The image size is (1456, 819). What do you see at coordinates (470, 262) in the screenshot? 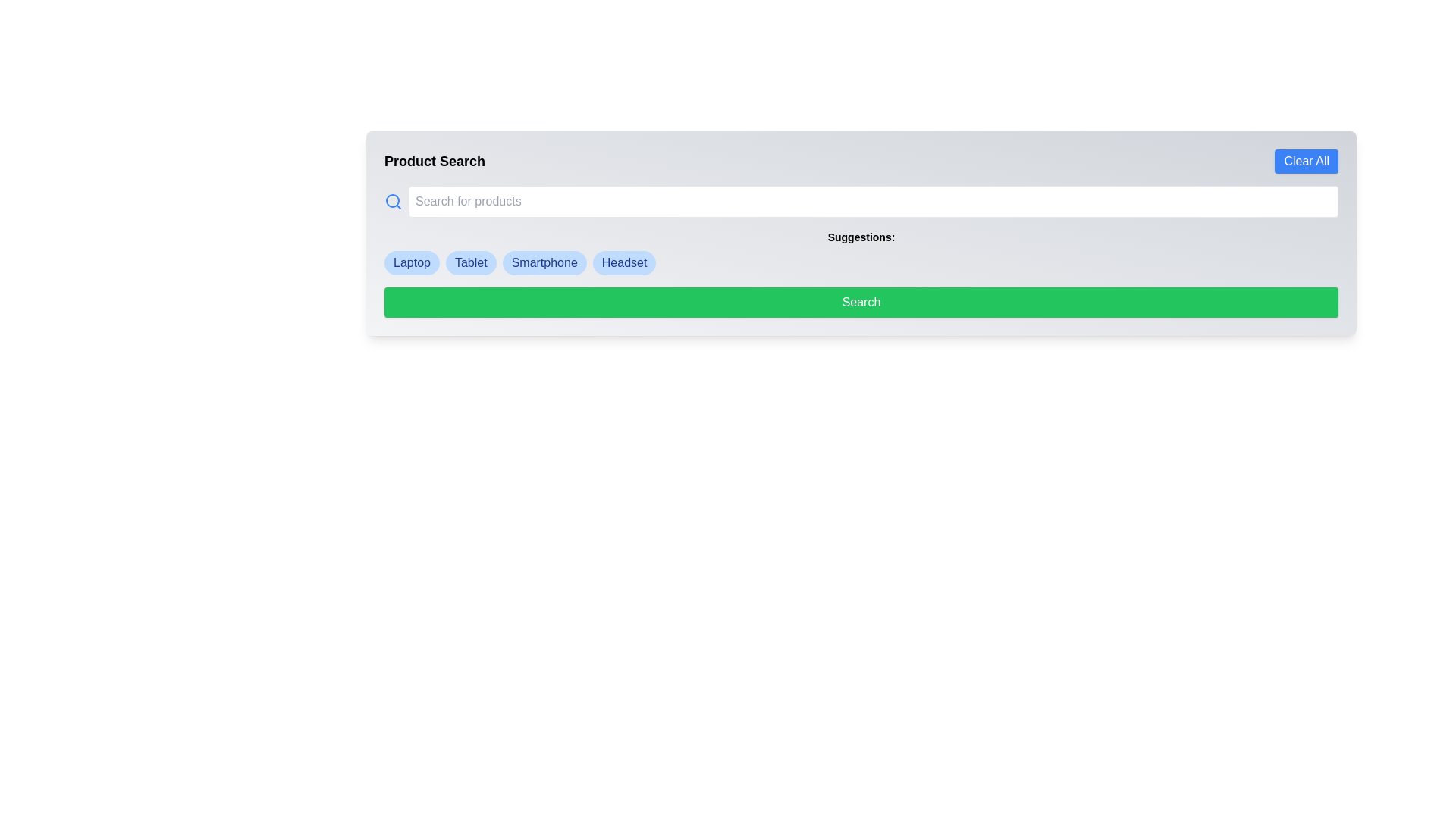
I see `the filter or search tag that is the second tag in a row of four, located directly to the right of the 'Laptop' tag and to the left of the 'Smartphone' tag, below the search bar` at bounding box center [470, 262].